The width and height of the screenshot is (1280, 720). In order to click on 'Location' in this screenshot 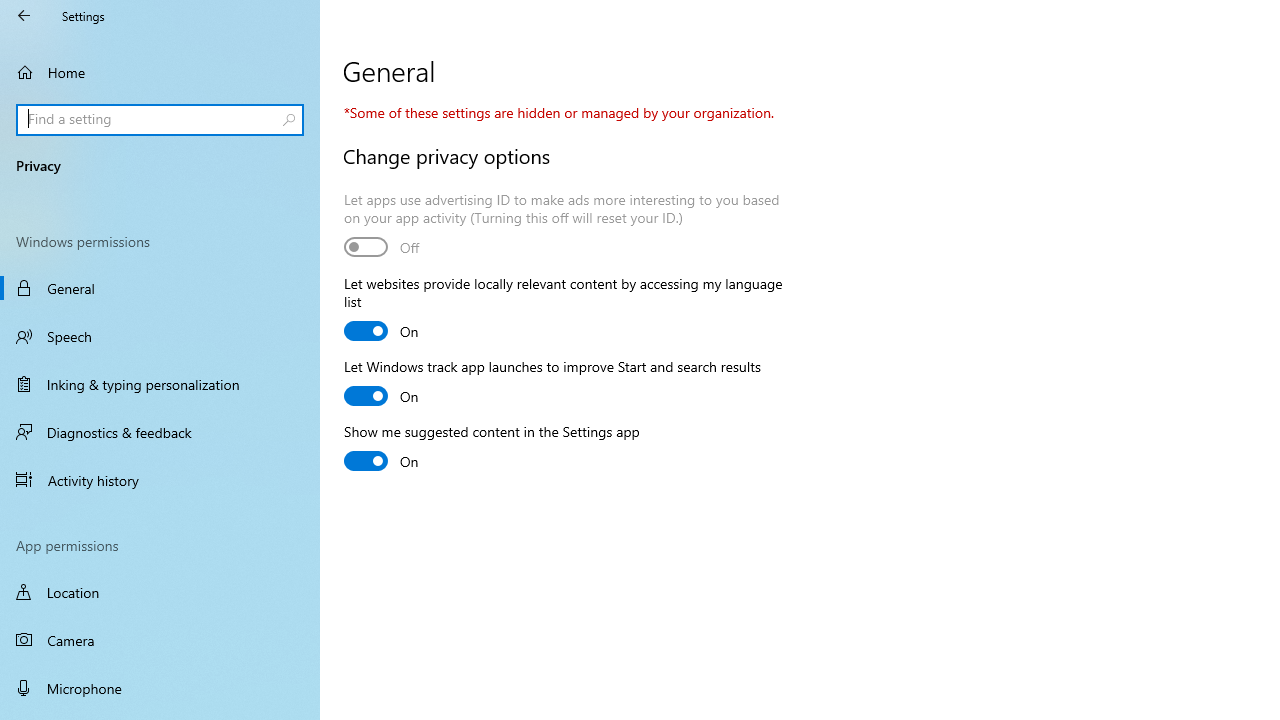, I will do `click(160, 591)`.